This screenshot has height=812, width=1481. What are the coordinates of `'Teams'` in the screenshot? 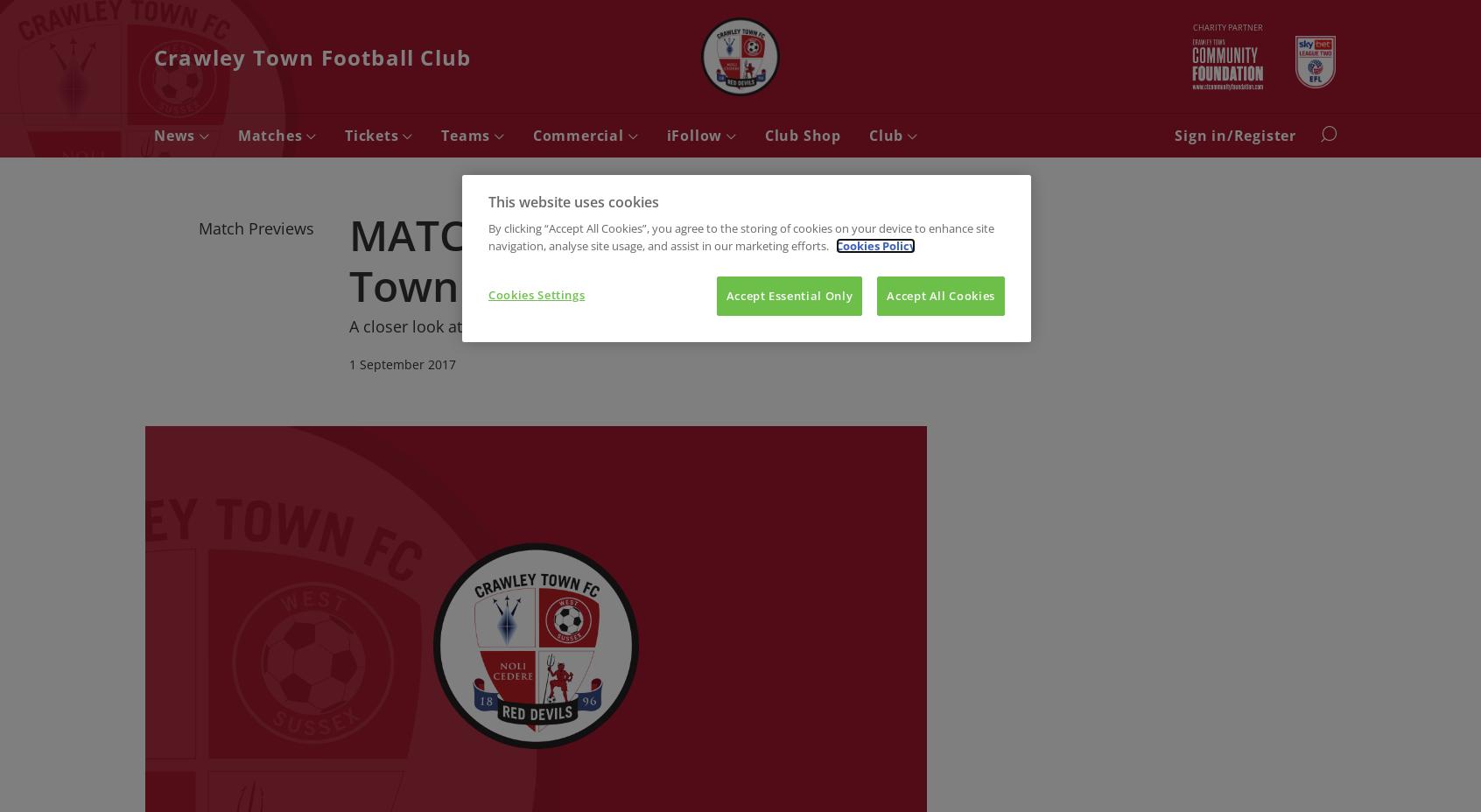 It's located at (467, 135).